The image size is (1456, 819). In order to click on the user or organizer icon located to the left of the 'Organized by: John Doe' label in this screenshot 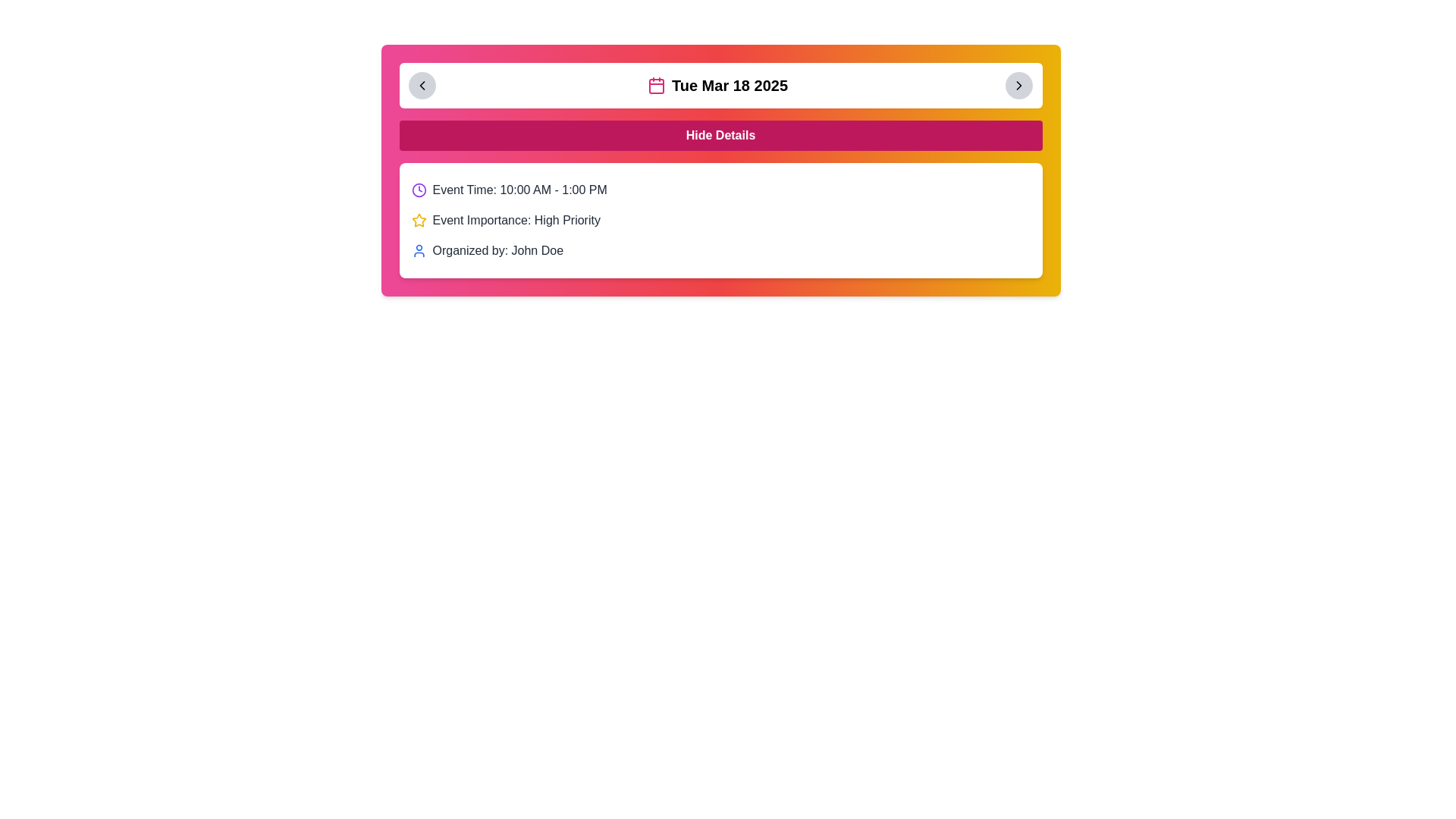, I will do `click(419, 250)`.